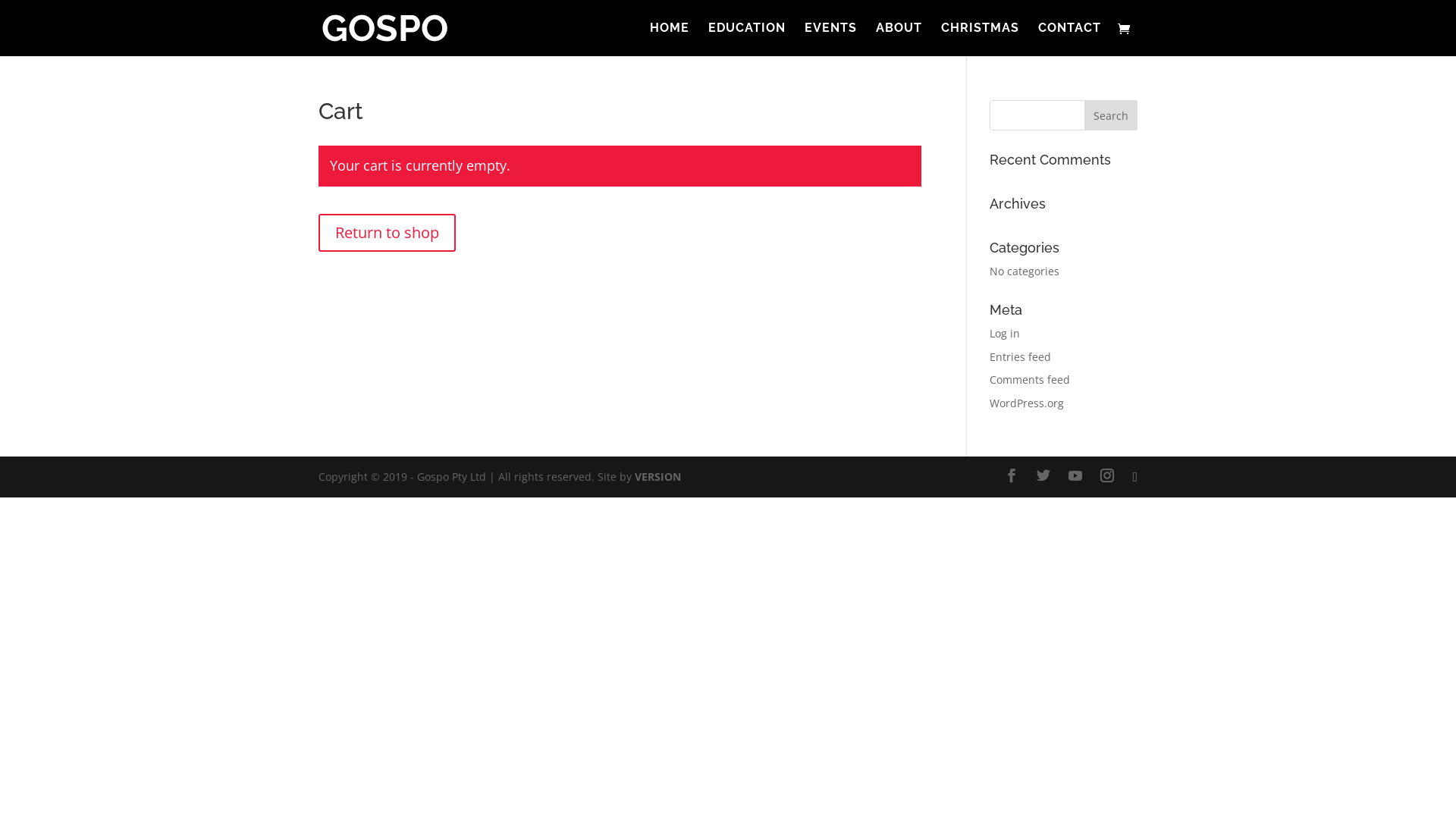  What do you see at coordinates (1020, 356) in the screenshot?
I see `'Entries feed'` at bounding box center [1020, 356].